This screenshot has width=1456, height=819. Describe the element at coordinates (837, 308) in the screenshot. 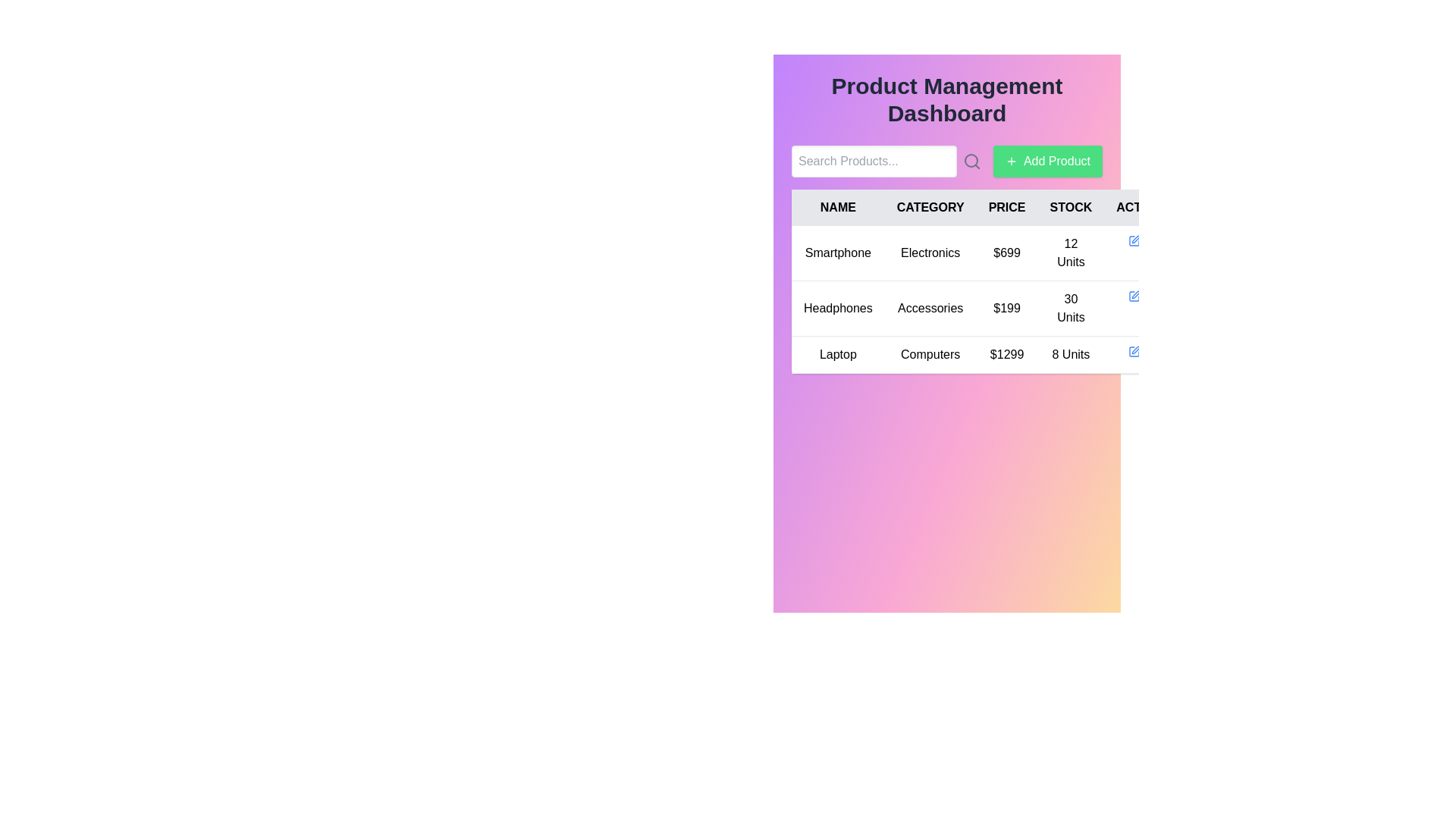

I see `the text label that reads 'Headphones', which is centrally aligned and located in the second row of the product details table under the 'Name' column` at that location.